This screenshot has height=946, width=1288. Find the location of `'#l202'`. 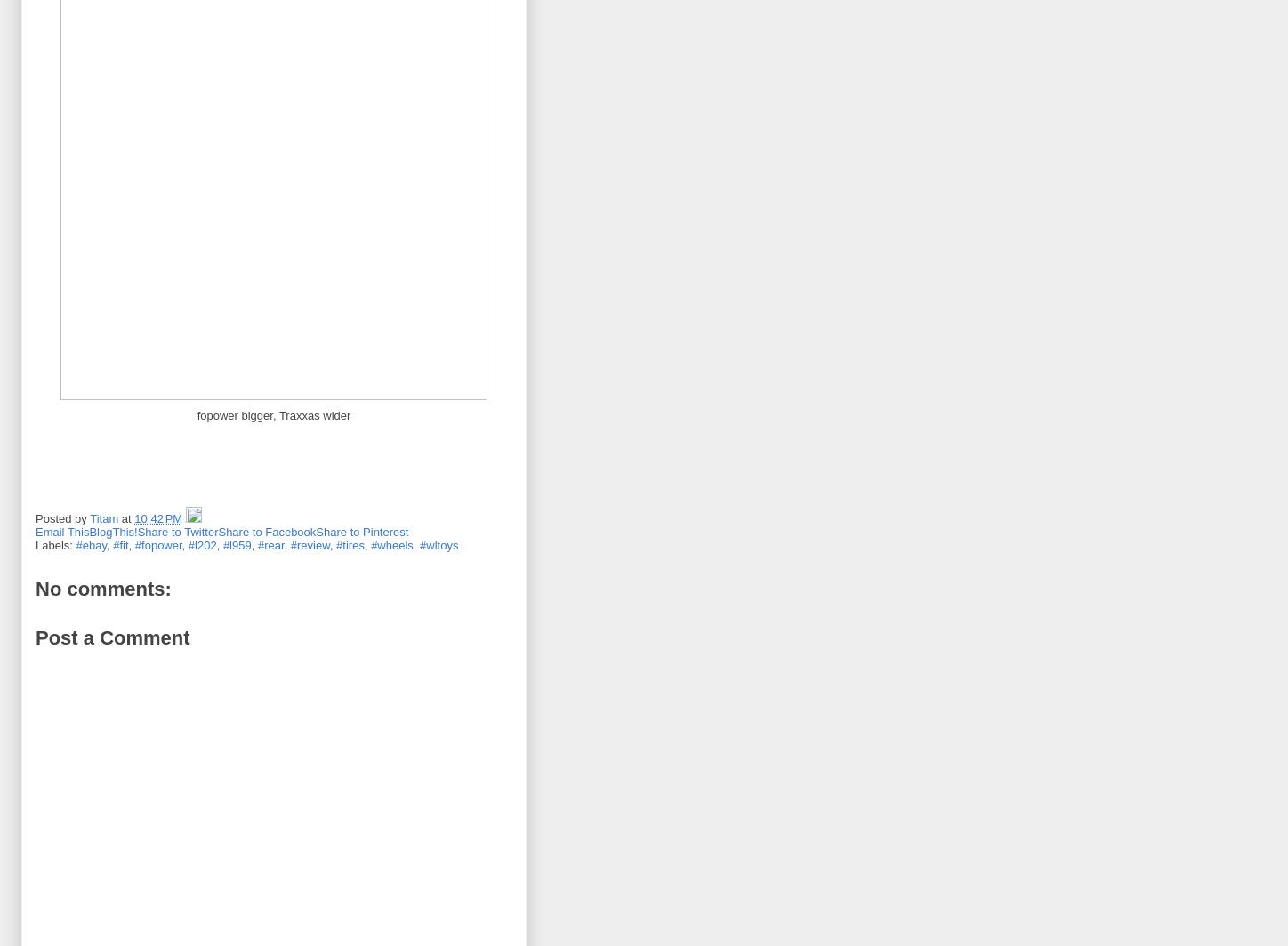

'#l202' is located at coordinates (202, 544).